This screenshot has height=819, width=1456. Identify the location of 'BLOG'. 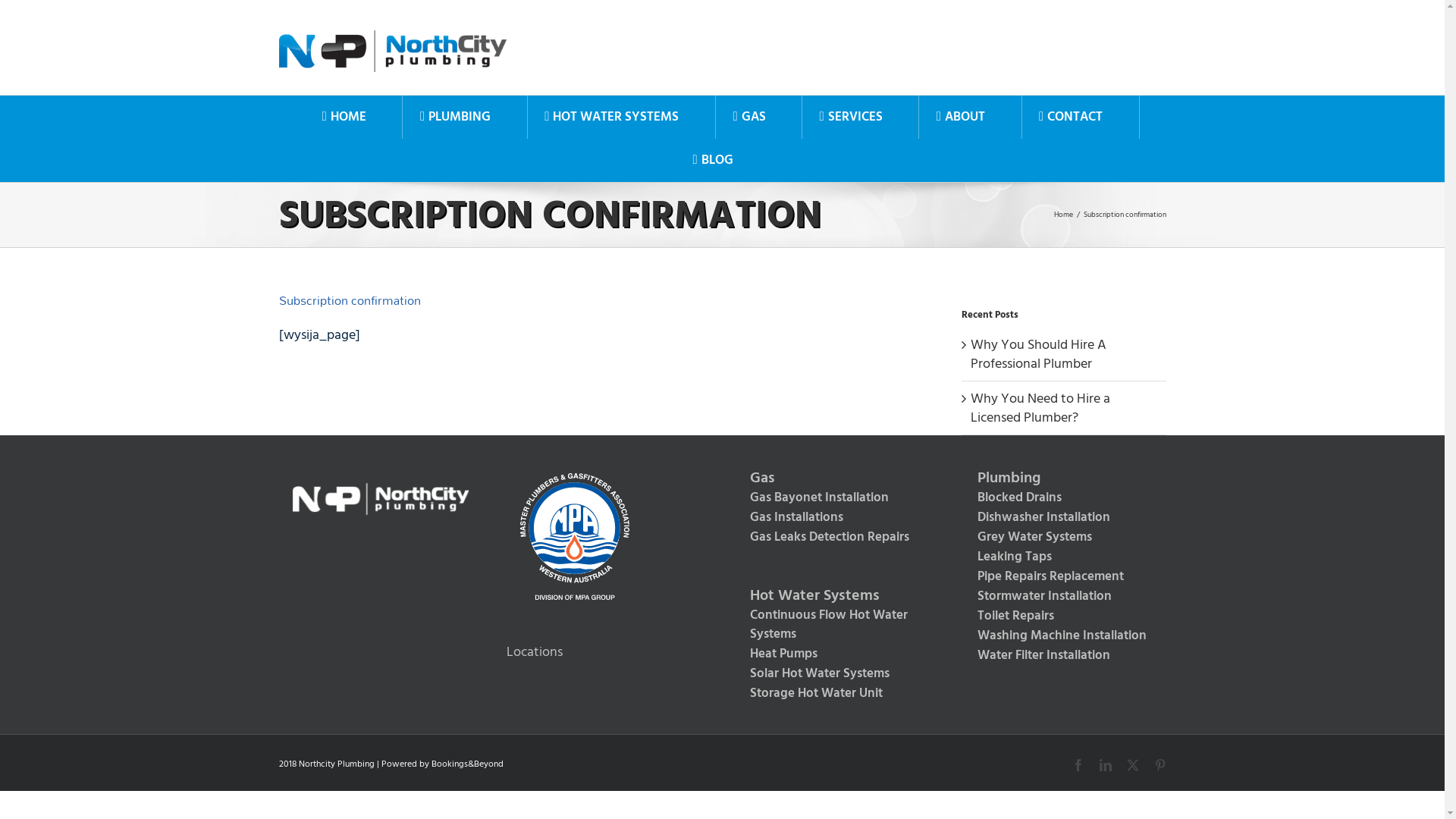
(712, 160).